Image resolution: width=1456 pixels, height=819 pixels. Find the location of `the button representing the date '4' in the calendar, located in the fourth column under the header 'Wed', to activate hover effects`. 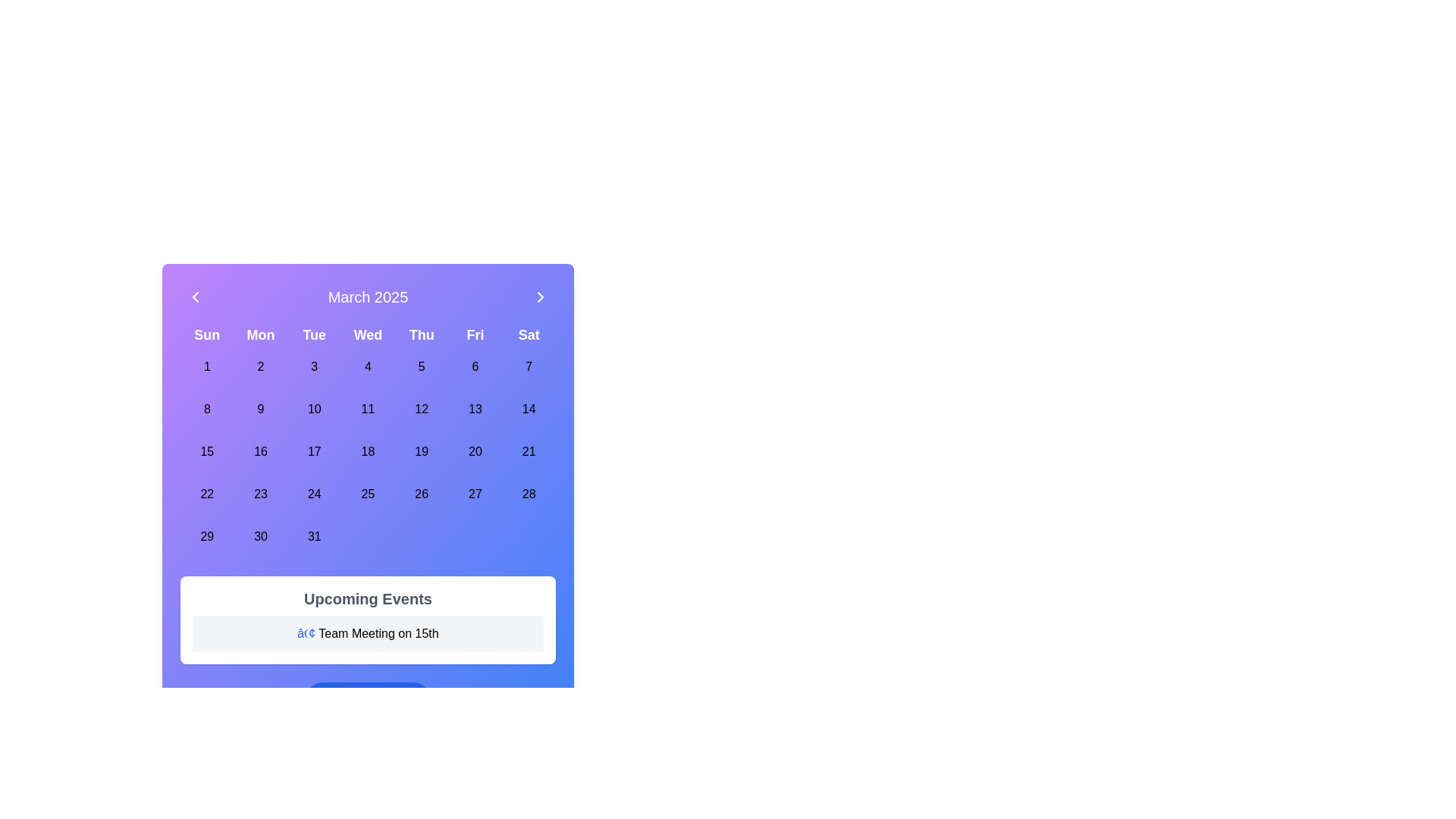

the button representing the date '4' in the calendar, located in the fourth column under the header 'Wed', to activate hover effects is located at coordinates (368, 366).